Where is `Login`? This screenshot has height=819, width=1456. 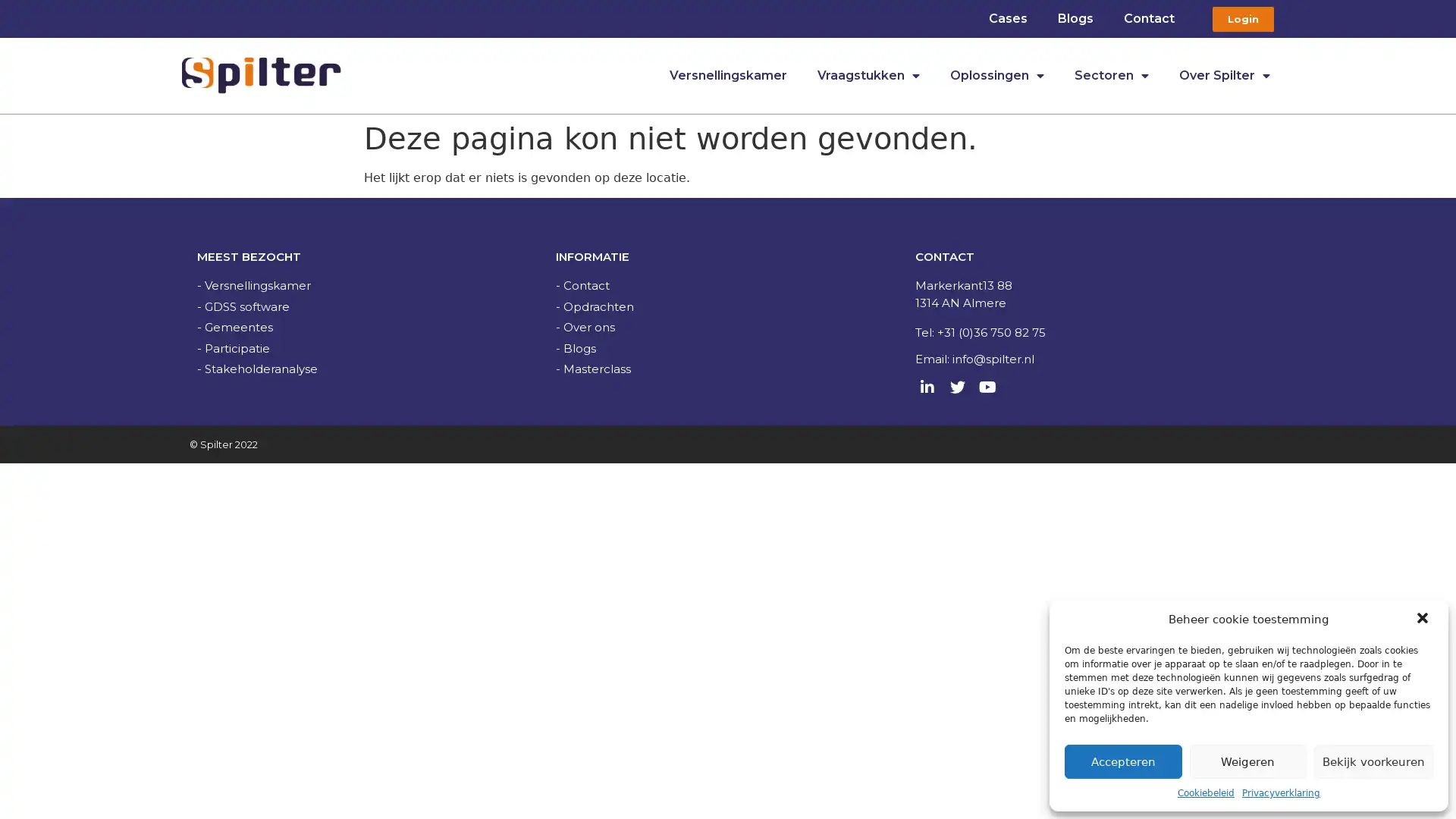
Login is located at coordinates (1243, 18).